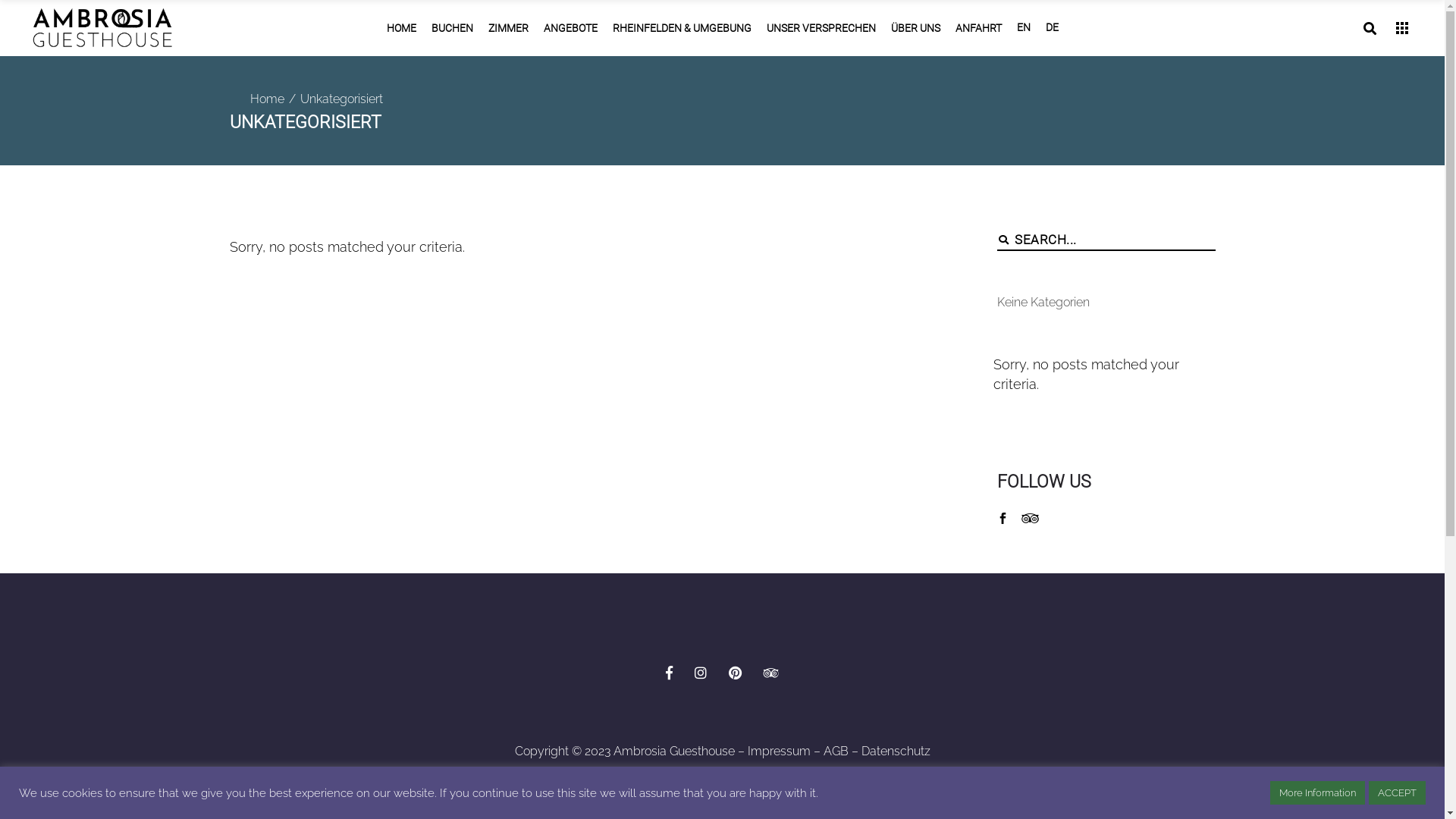  What do you see at coordinates (819, 28) in the screenshot?
I see `'UNSER VERSPRECHEN'` at bounding box center [819, 28].